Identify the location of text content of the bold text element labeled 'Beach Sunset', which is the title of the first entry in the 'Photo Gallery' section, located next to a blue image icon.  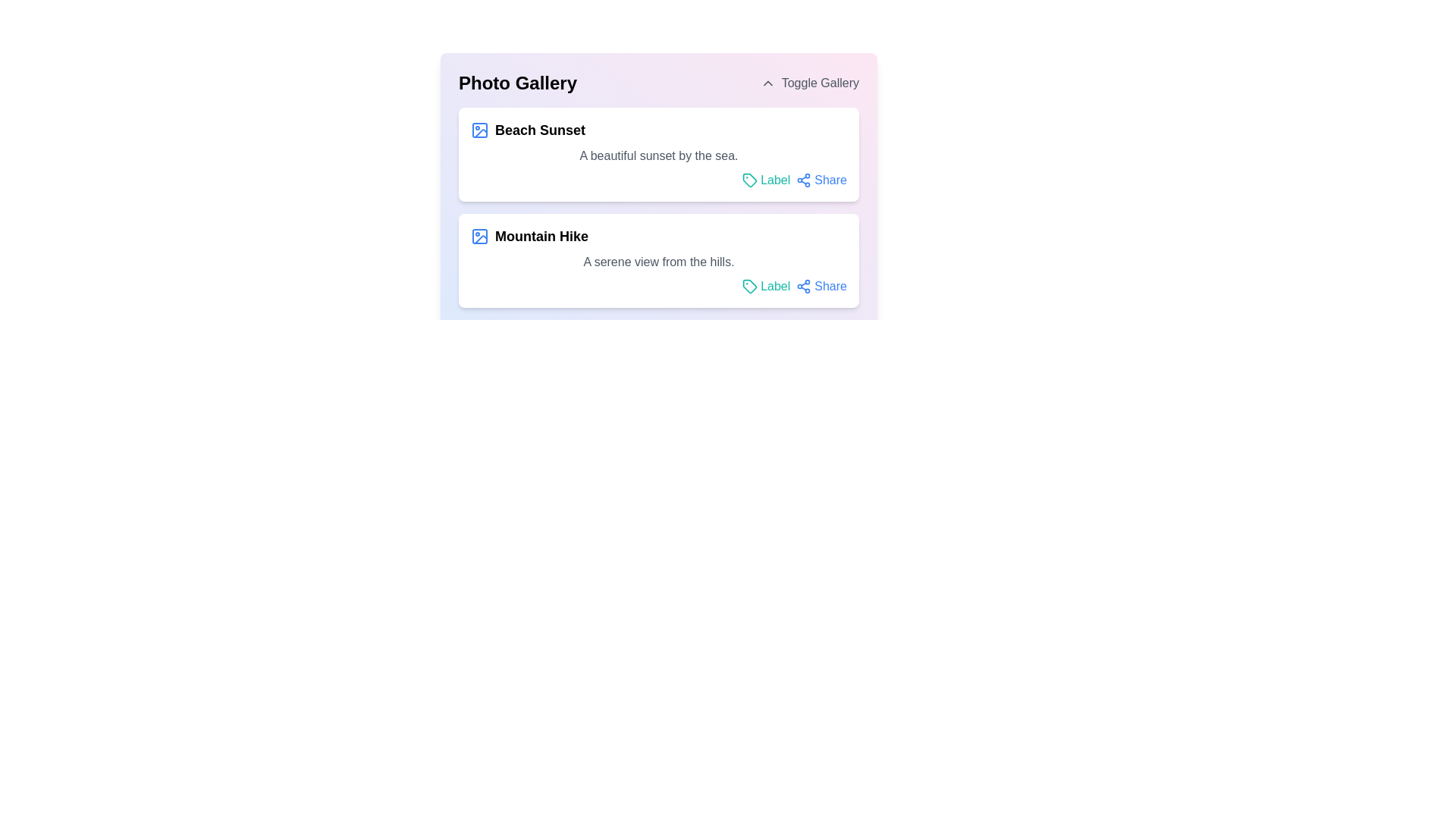
(540, 130).